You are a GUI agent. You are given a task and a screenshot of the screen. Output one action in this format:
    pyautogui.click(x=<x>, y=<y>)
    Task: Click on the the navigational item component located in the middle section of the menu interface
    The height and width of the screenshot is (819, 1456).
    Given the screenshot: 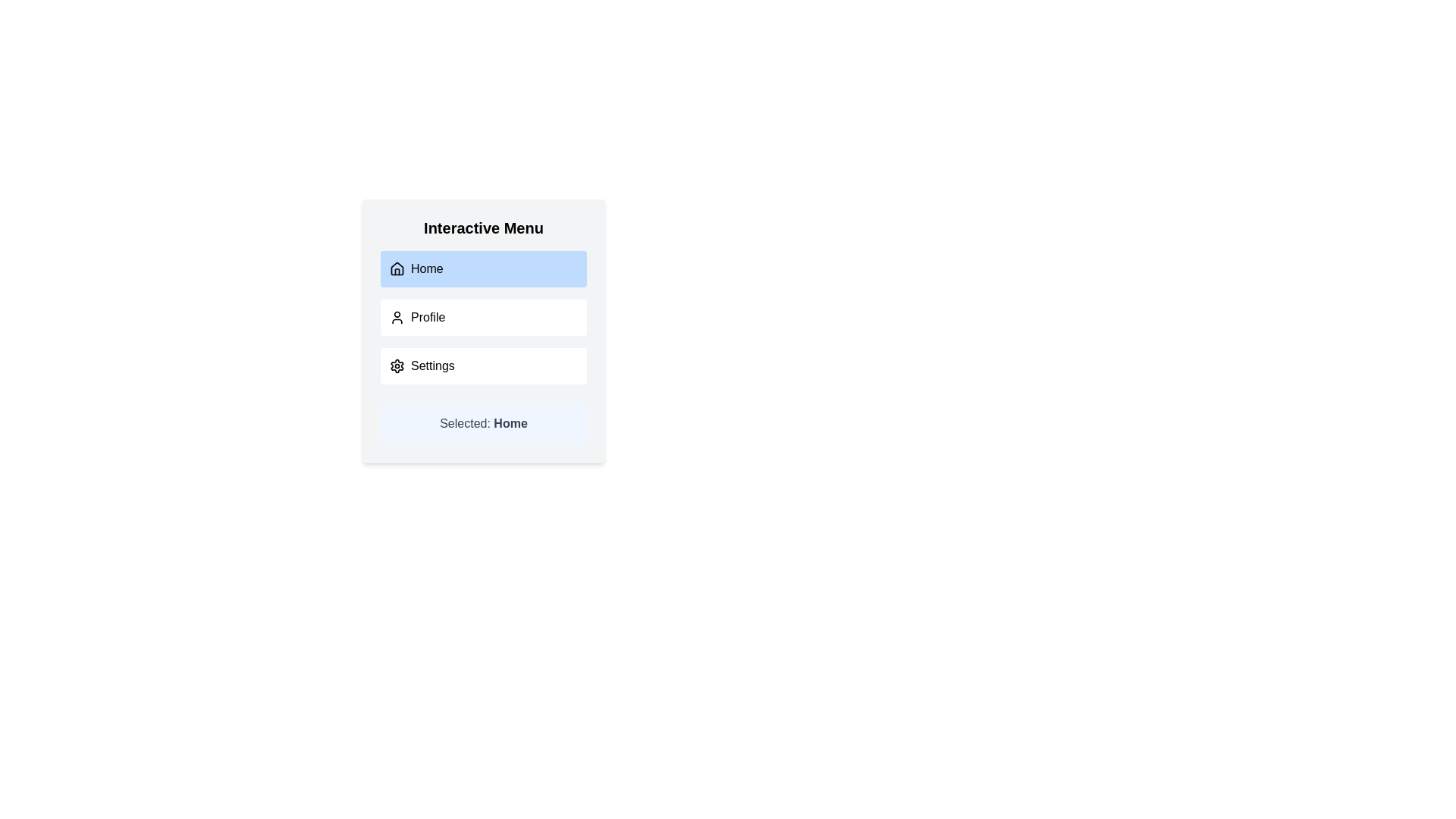 What is the action you would take?
    pyautogui.click(x=483, y=317)
    